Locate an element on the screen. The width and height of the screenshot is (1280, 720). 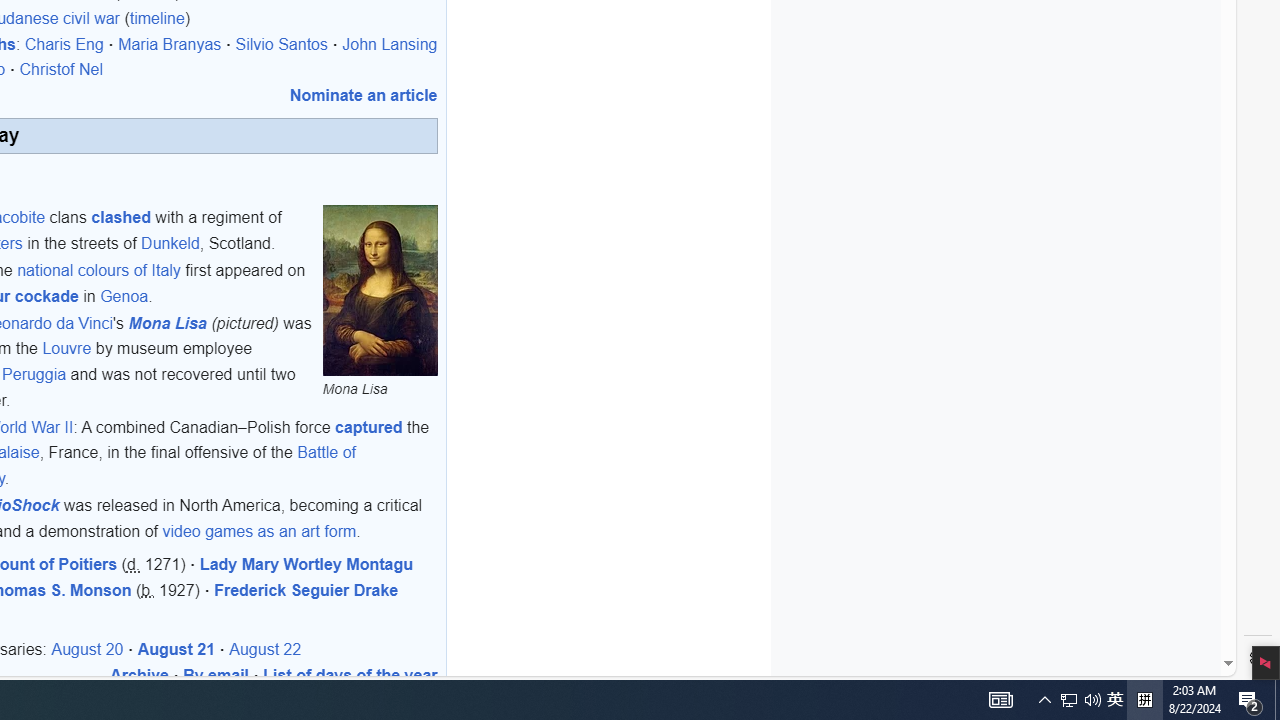
'John Lansing' is located at coordinates (389, 44).